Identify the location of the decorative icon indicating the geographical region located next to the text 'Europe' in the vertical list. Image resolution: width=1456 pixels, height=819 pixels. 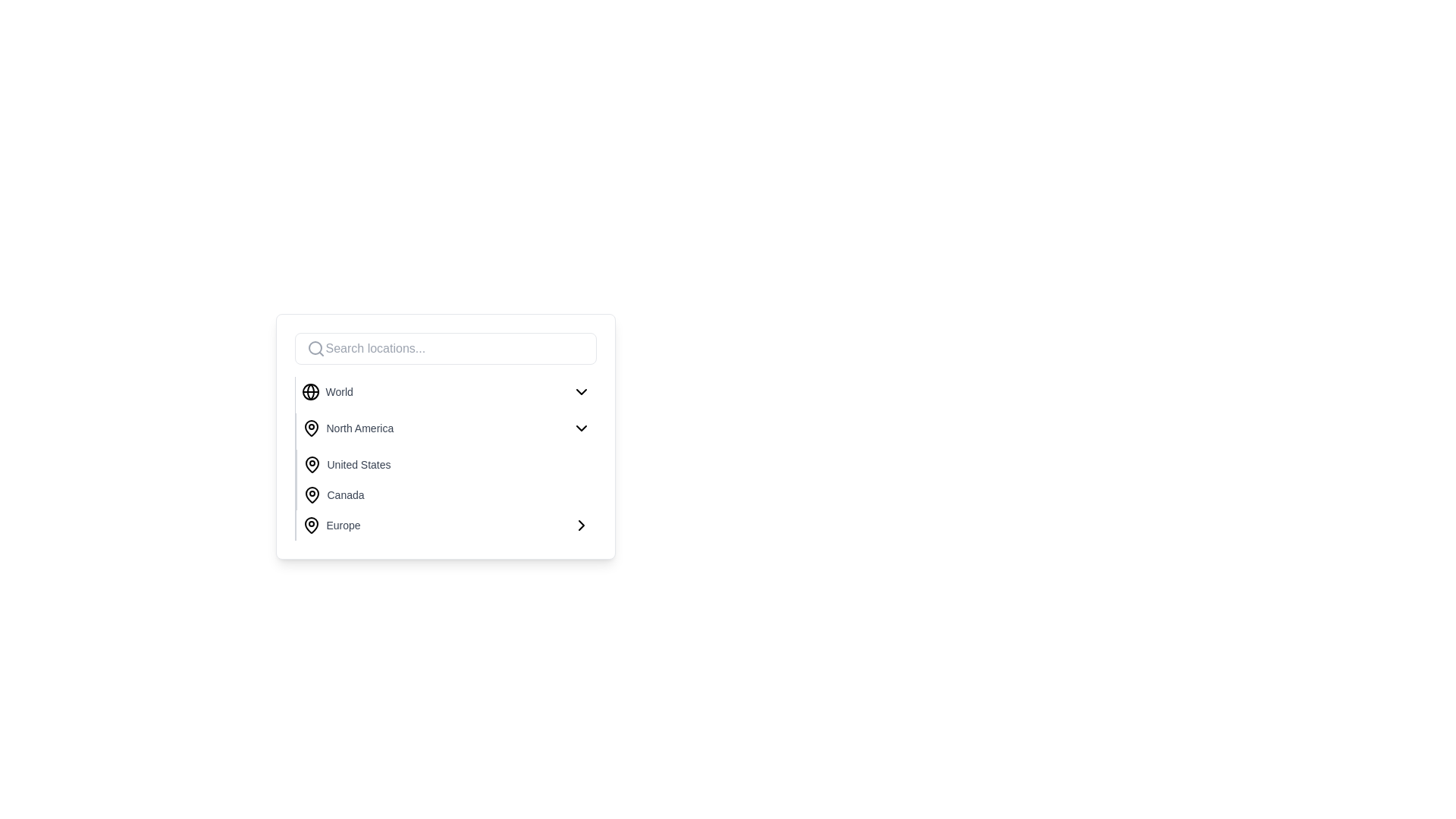
(310, 525).